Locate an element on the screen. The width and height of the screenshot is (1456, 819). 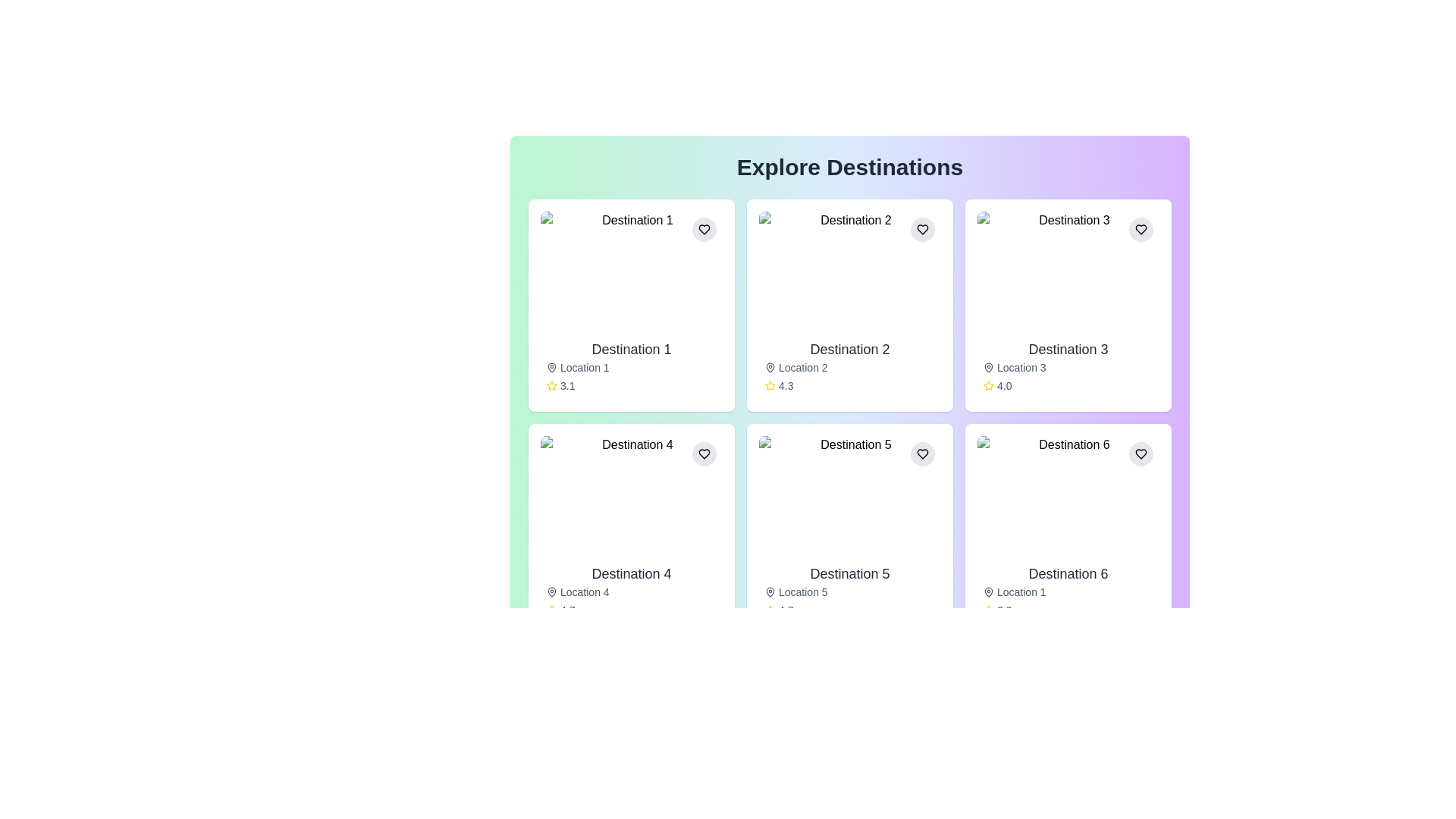
the 'favorite' or 'like' icon is located at coordinates (1141, 230).